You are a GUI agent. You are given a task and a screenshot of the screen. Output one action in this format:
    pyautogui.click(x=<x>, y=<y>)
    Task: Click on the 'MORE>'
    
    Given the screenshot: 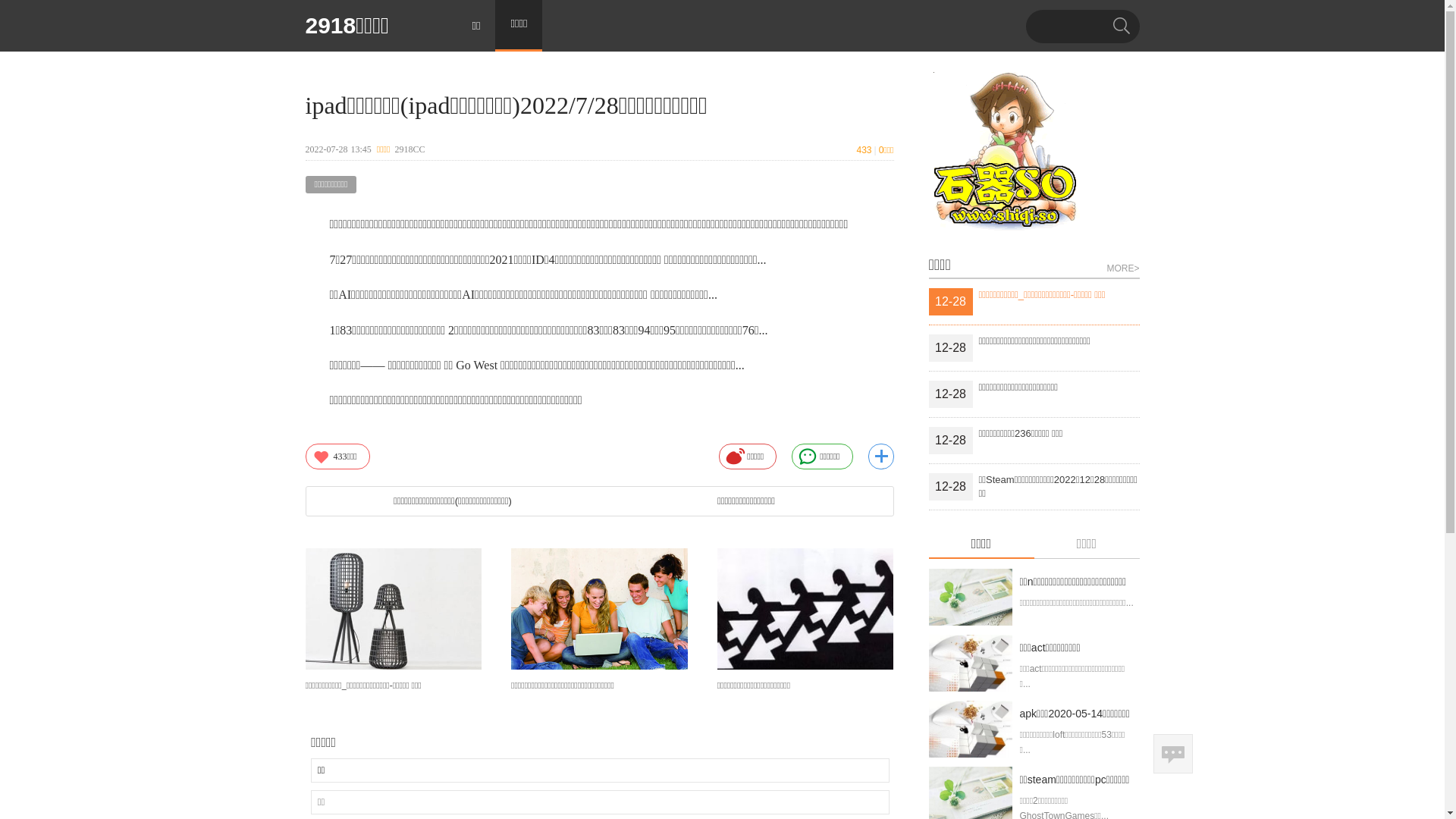 What is the action you would take?
    pyautogui.click(x=1122, y=265)
    